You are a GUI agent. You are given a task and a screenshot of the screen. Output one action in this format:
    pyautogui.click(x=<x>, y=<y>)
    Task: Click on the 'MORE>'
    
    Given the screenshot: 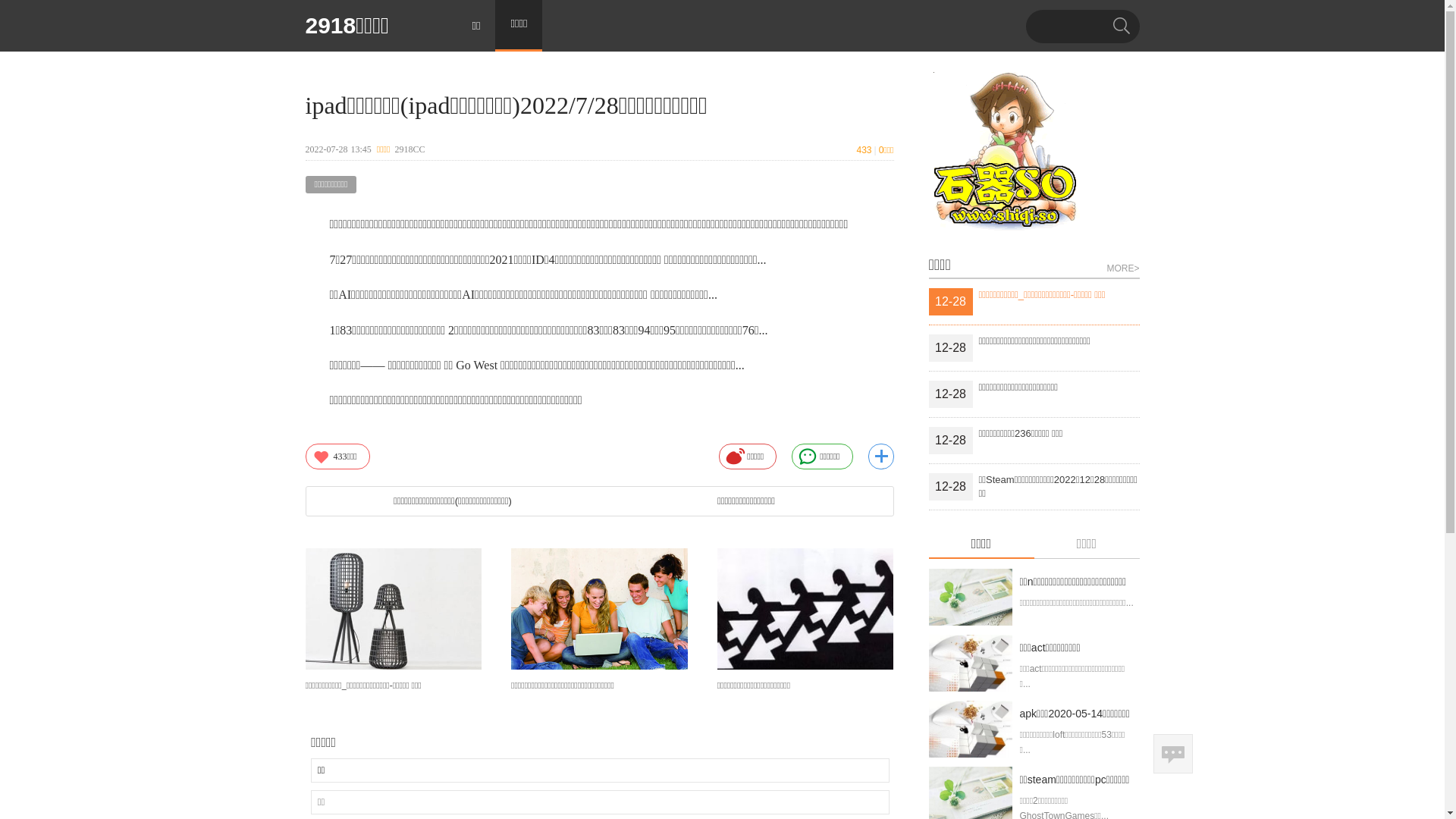 What is the action you would take?
    pyautogui.click(x=1122, y=265)
    